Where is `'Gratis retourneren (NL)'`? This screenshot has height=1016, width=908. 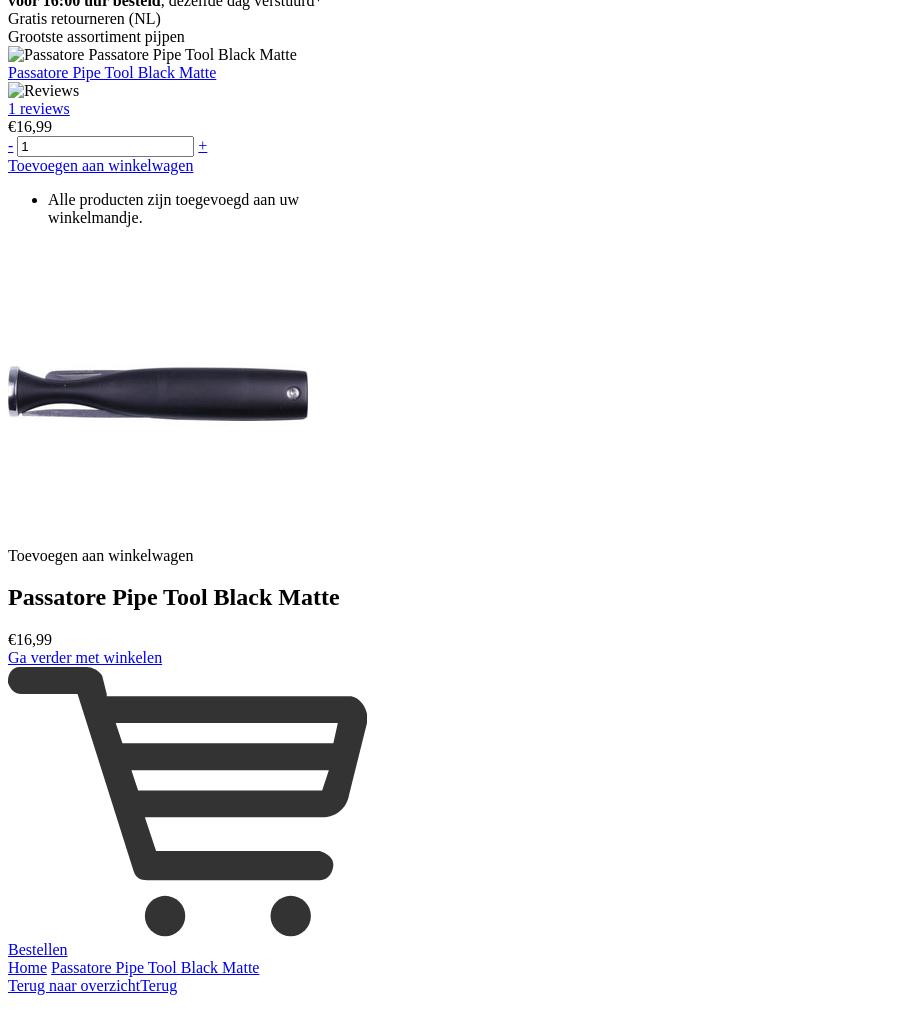 'Gratis retourneren (NL)' is located at coordinates (82, 16).